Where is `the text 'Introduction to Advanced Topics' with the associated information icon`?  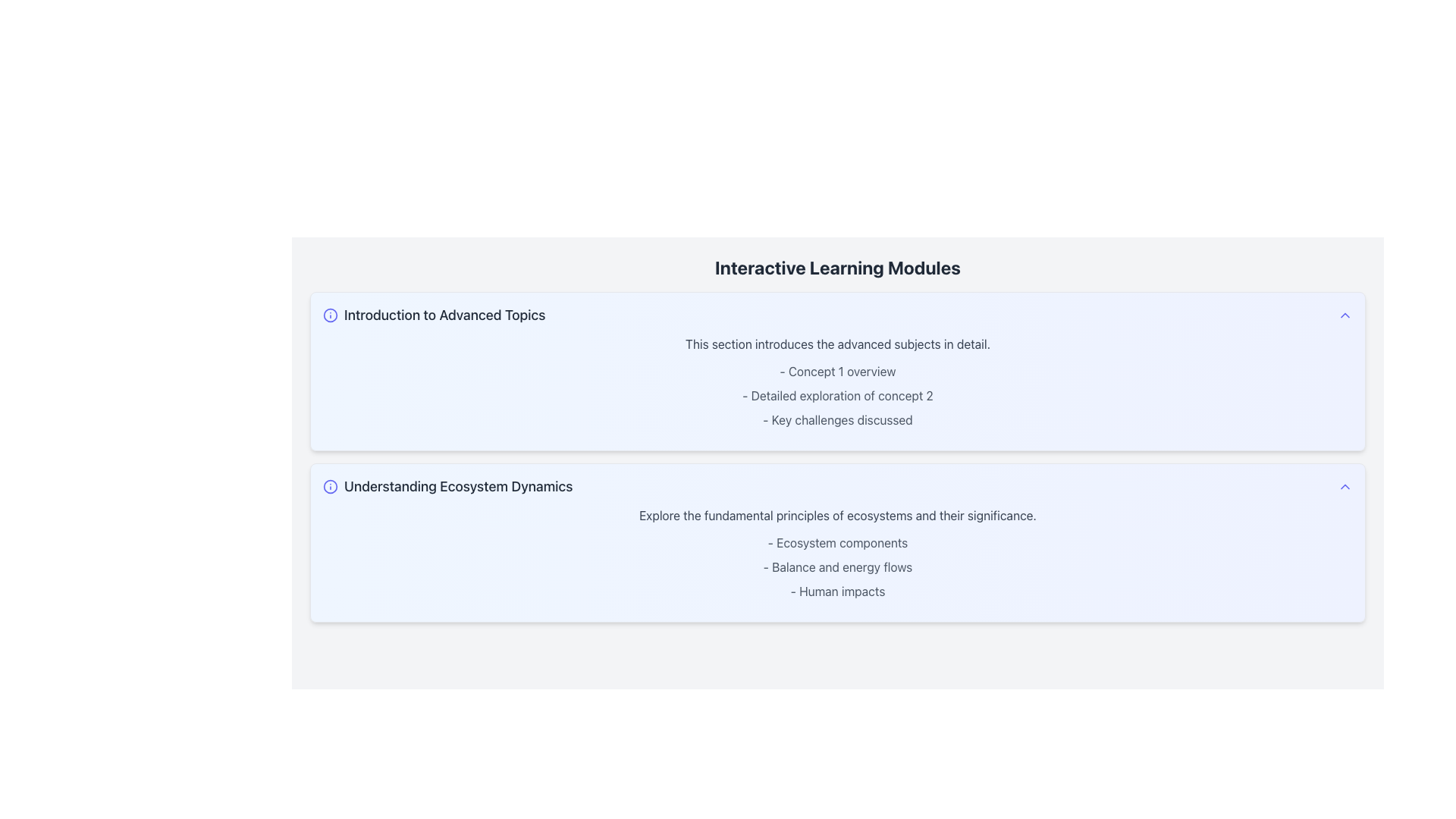 the text 'Introduction to Advanced Topics' with the associated information icon is located at coordinates (433, 315).